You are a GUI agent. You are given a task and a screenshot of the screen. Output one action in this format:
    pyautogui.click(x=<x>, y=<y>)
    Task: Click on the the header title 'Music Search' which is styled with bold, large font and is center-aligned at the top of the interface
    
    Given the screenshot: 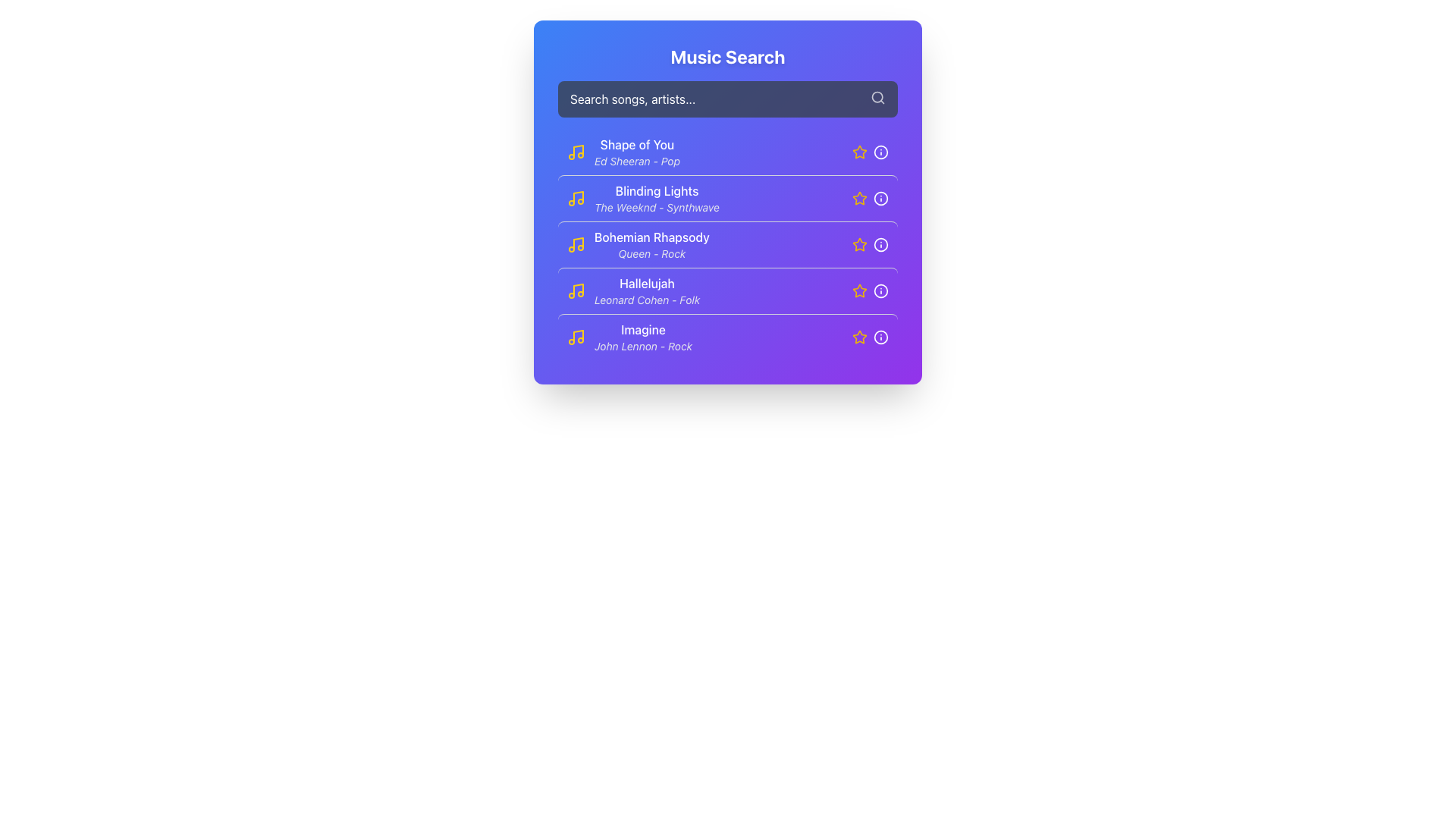 What is the action you would take?
    pyautogui.click(x=728, y=55)
    